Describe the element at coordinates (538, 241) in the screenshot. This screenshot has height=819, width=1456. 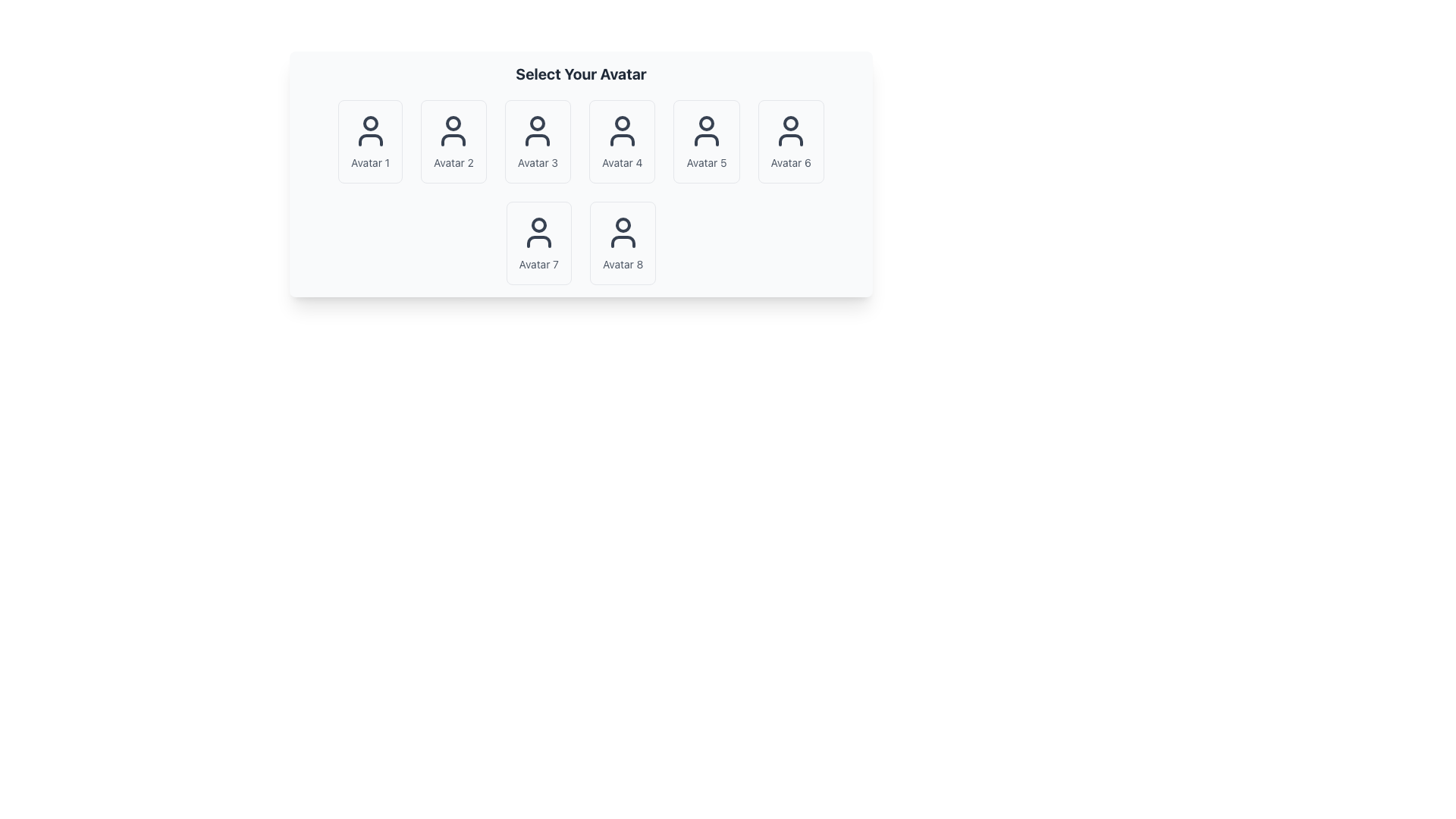
I see `properties of the lower body Icon Component within 'Avatar 7' in the avatar selection grid` at that location.